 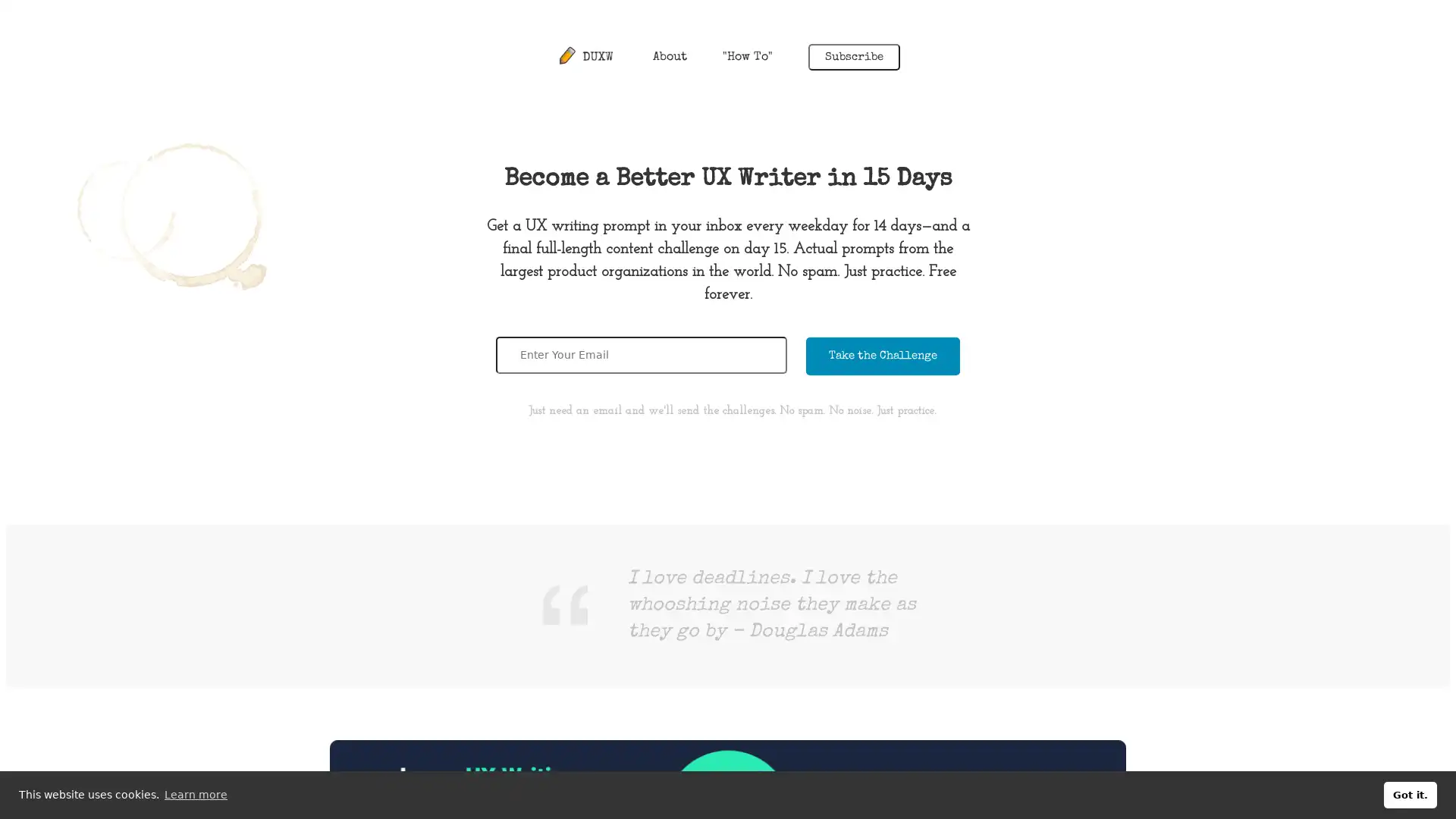 What do you see at coordinates (883, 356) in the screenshot?
I see `Take the Challenge` at bounding box center [883, 356].